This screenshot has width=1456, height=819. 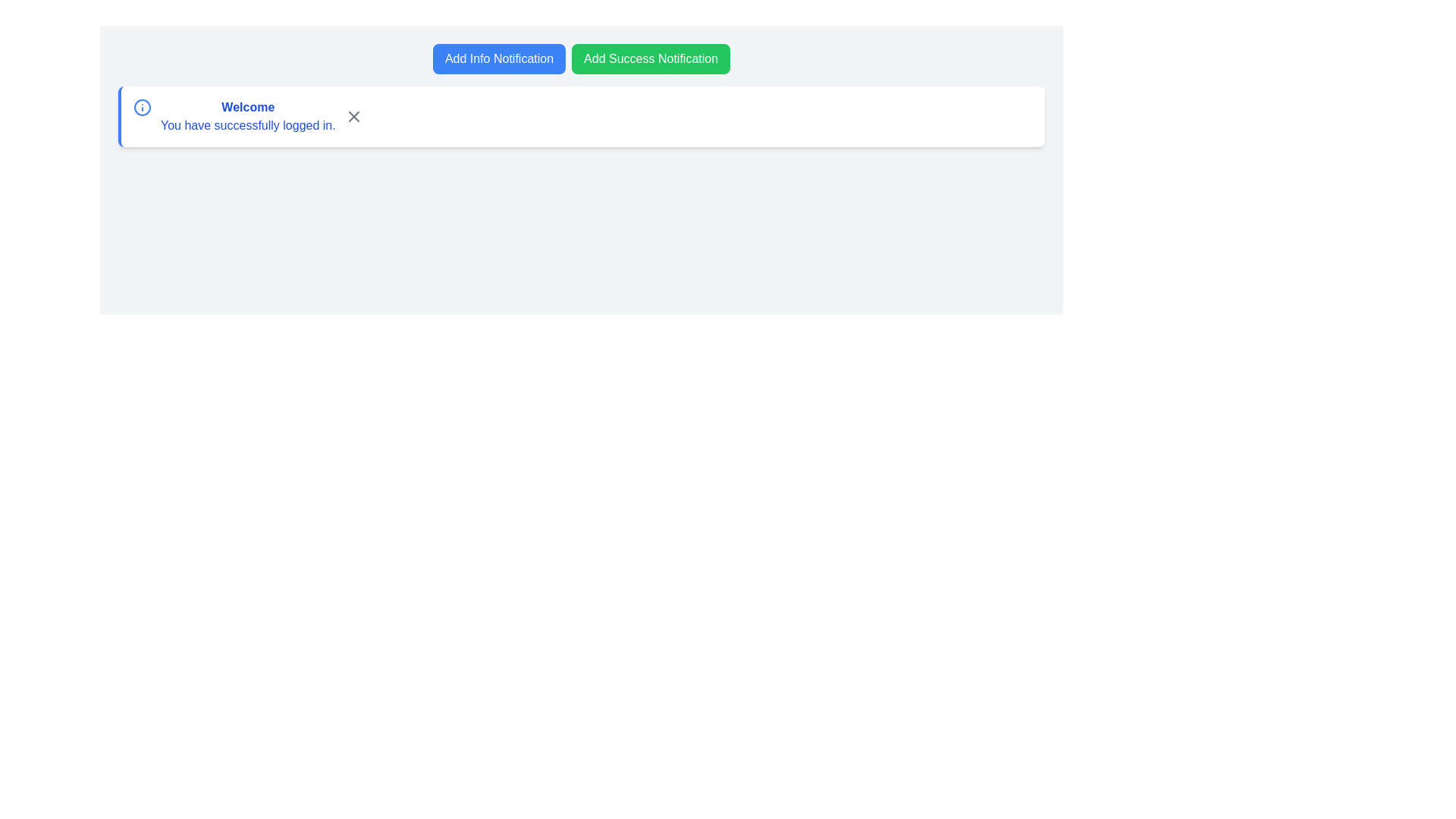 What do you see at coordinates (248, 124) in the screenshot?
I see `the Static Text Label that reads 'You have successfully logged in.' located below the bolded text 'Welcome' in the notification bar` at bounding box center [248, 124].